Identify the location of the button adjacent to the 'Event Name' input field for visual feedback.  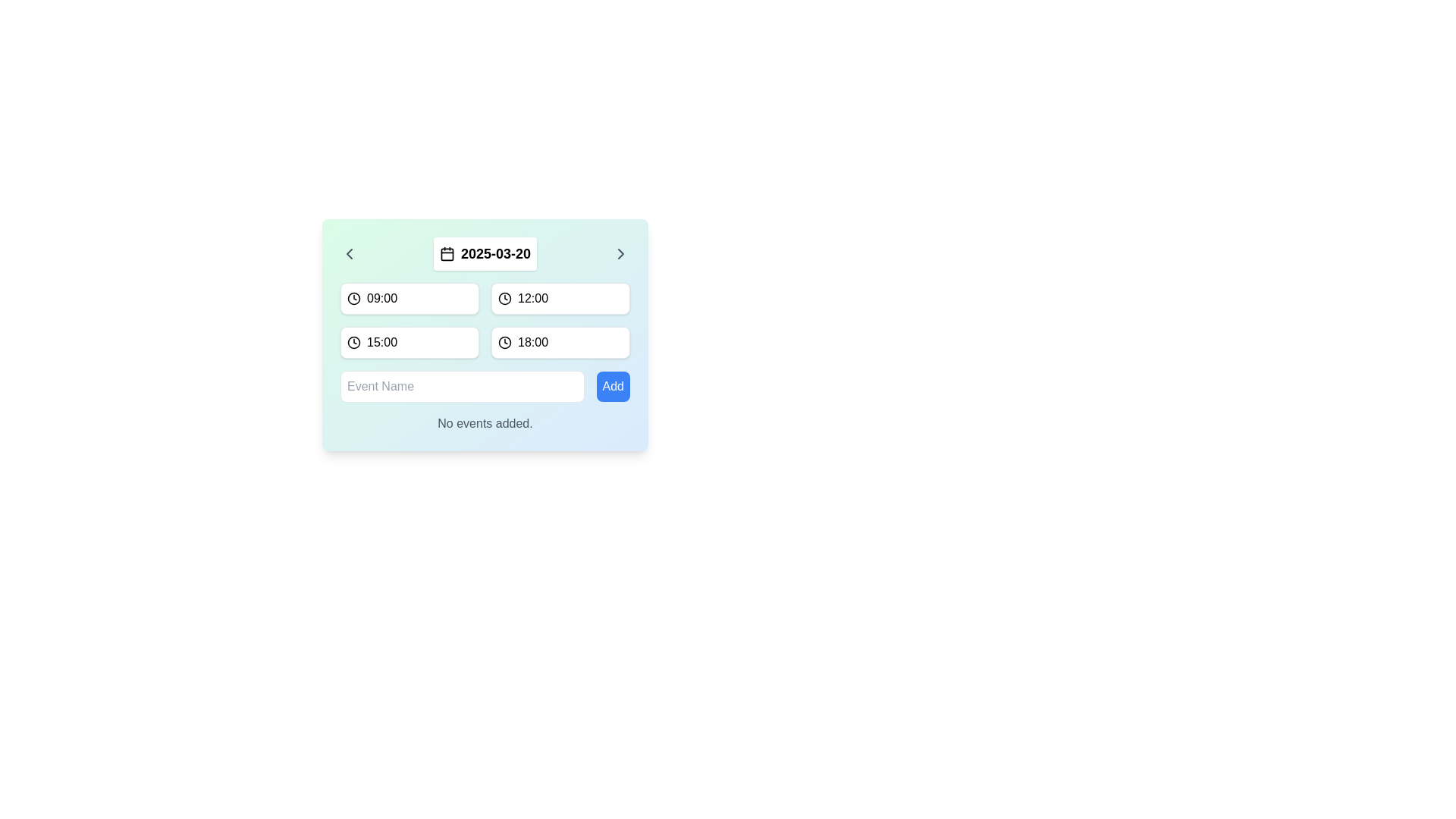
(613, 385).